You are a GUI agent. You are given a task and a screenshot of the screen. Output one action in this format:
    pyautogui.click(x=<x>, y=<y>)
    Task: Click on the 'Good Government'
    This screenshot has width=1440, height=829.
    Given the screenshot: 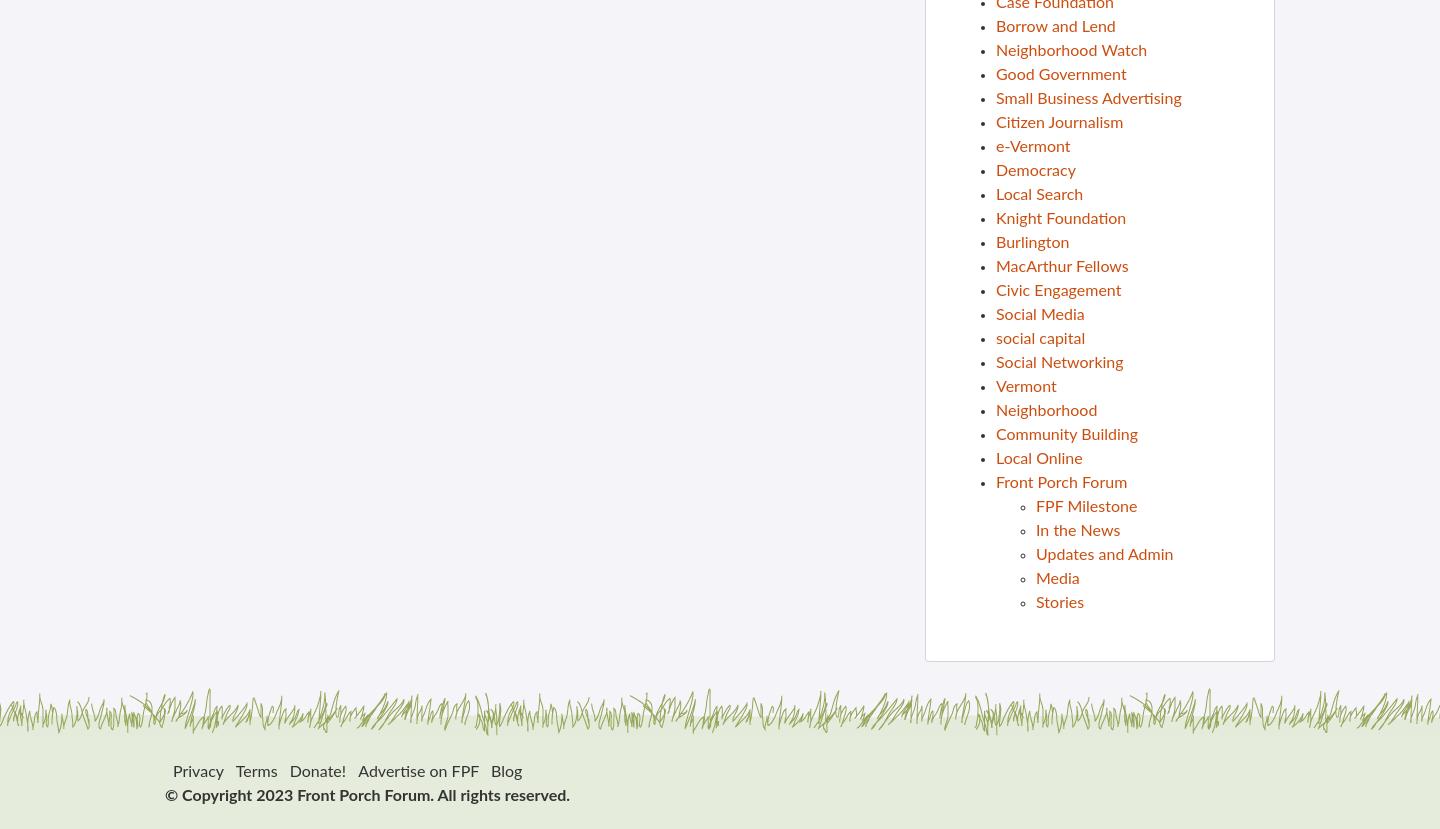 What is the action you would take?
    pyautogui.click(x=995, y=73)
    